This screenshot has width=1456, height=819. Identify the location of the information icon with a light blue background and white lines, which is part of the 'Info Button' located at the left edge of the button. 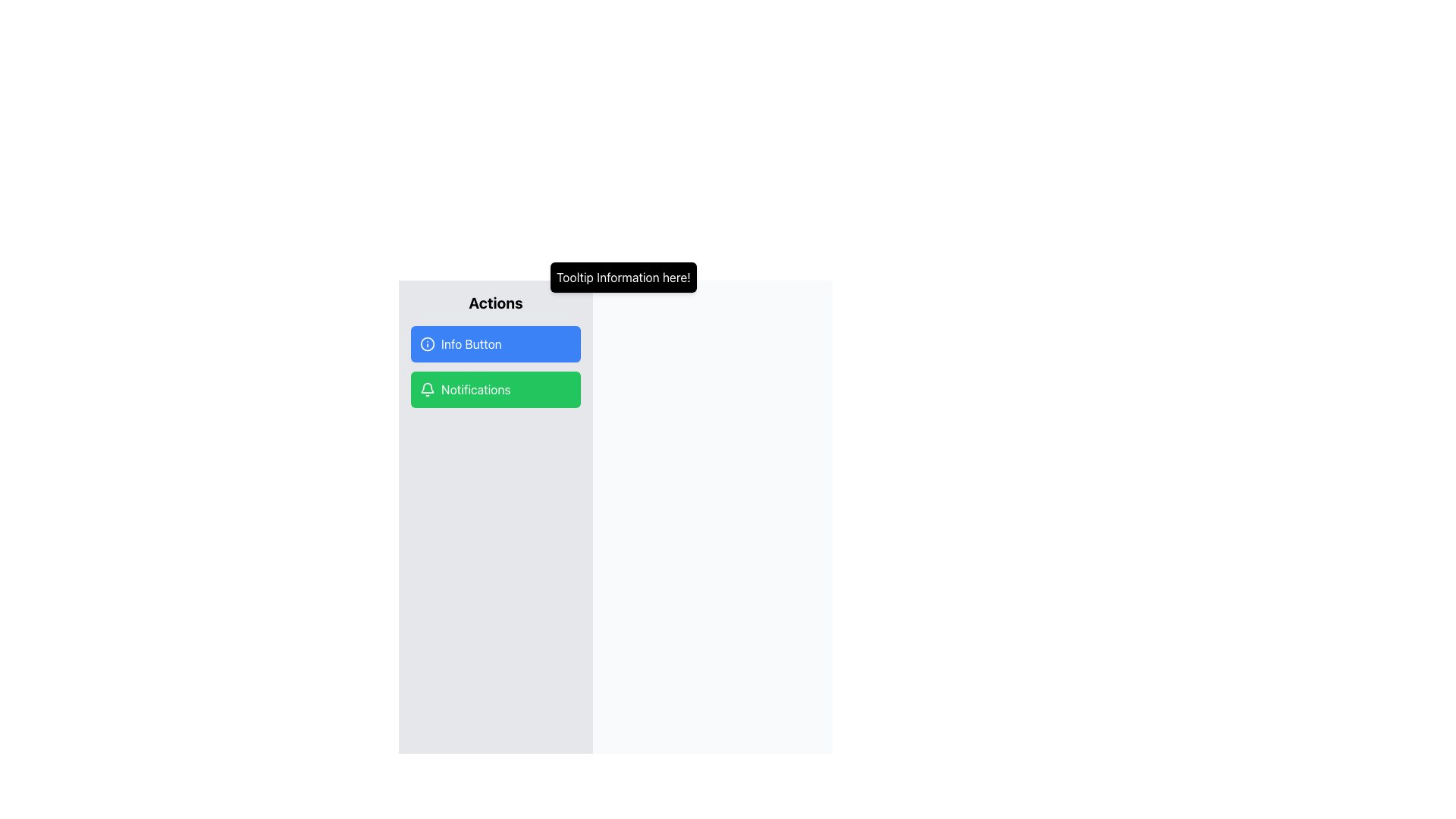
(427, 344).